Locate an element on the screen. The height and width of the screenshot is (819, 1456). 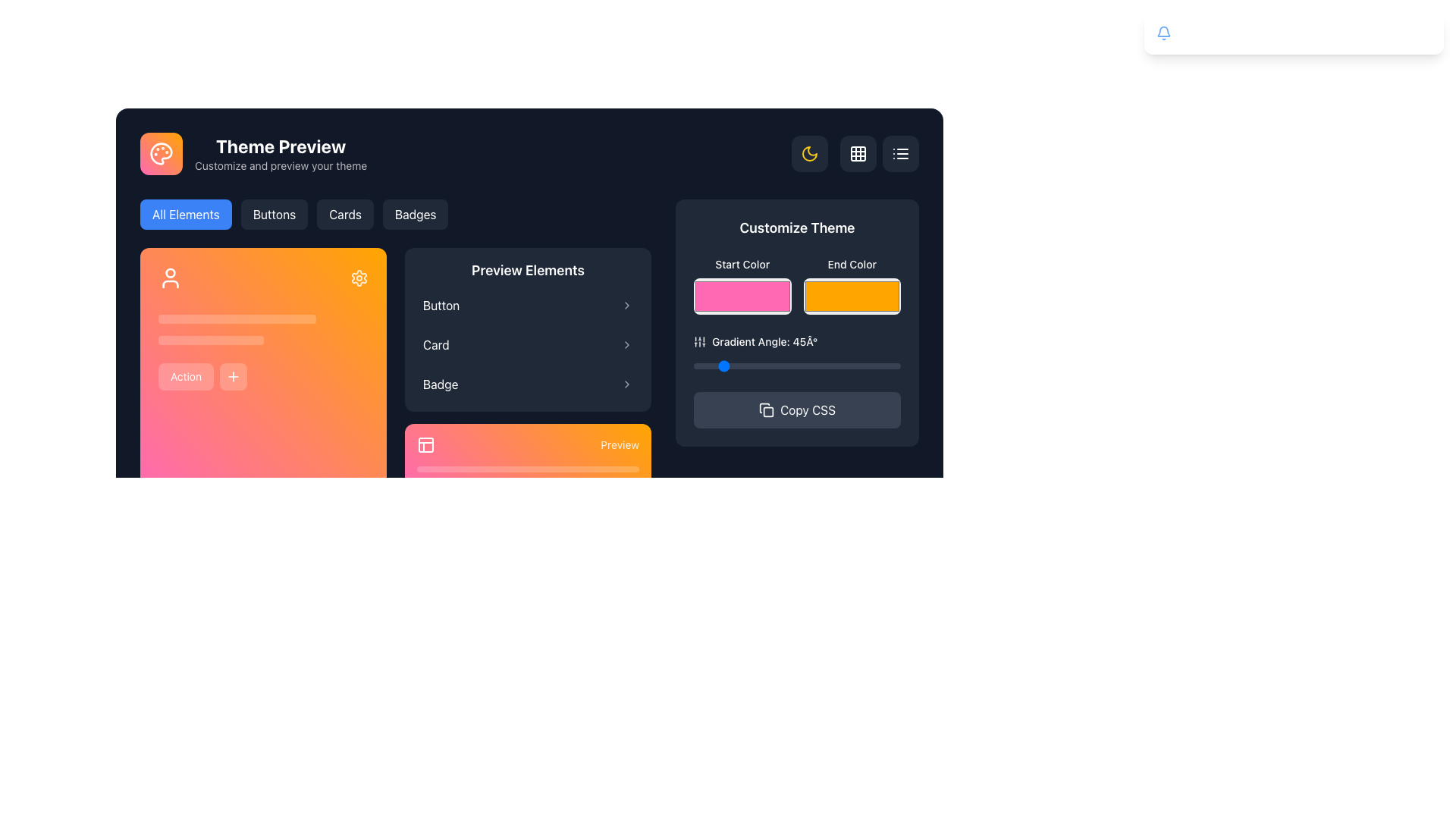
the grid icon located near the upper right corner of the interface is located at coordinates (858, 154).